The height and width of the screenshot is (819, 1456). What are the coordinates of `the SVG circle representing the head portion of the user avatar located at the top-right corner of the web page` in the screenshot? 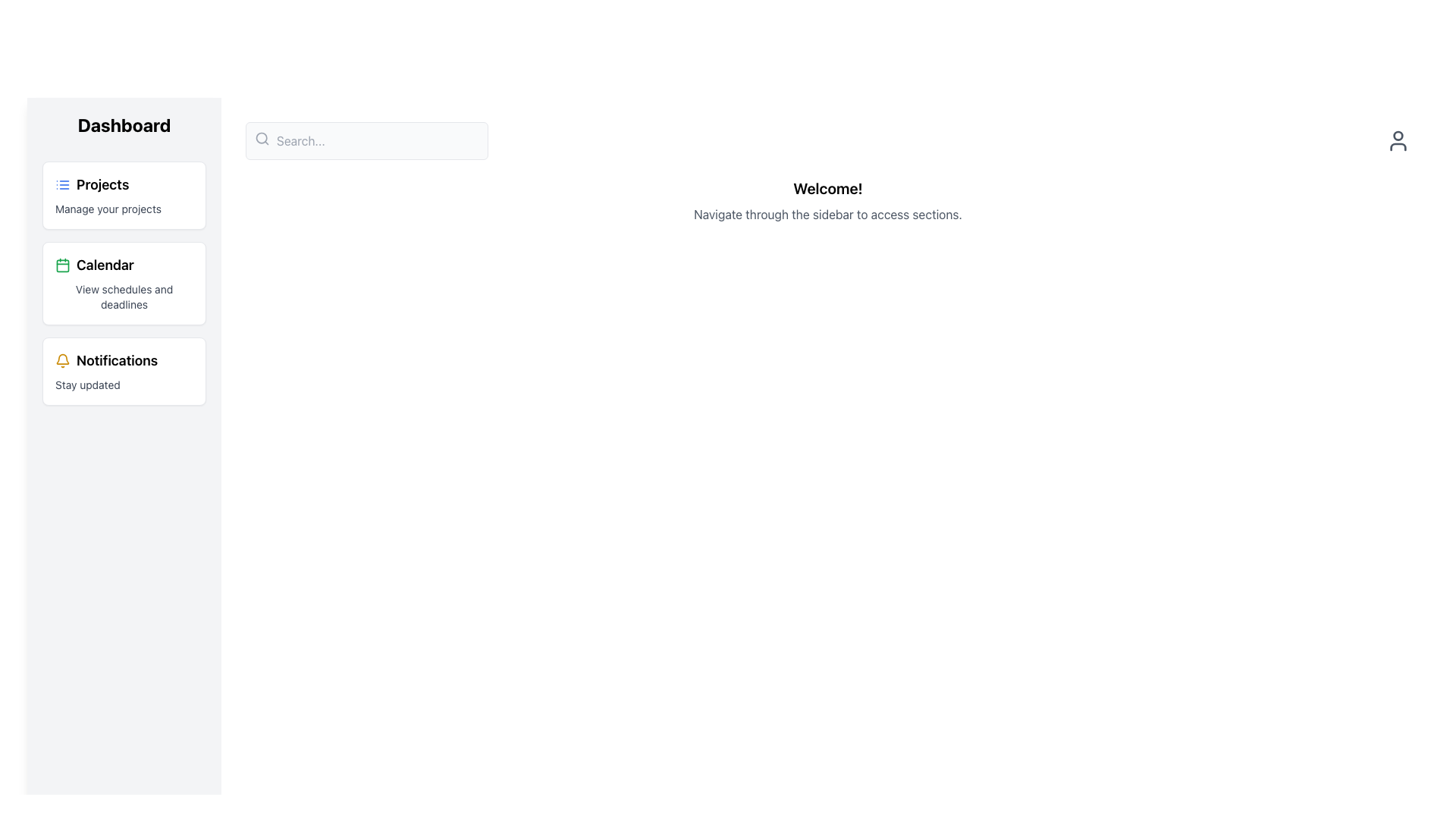 It's located at (1397, 134).